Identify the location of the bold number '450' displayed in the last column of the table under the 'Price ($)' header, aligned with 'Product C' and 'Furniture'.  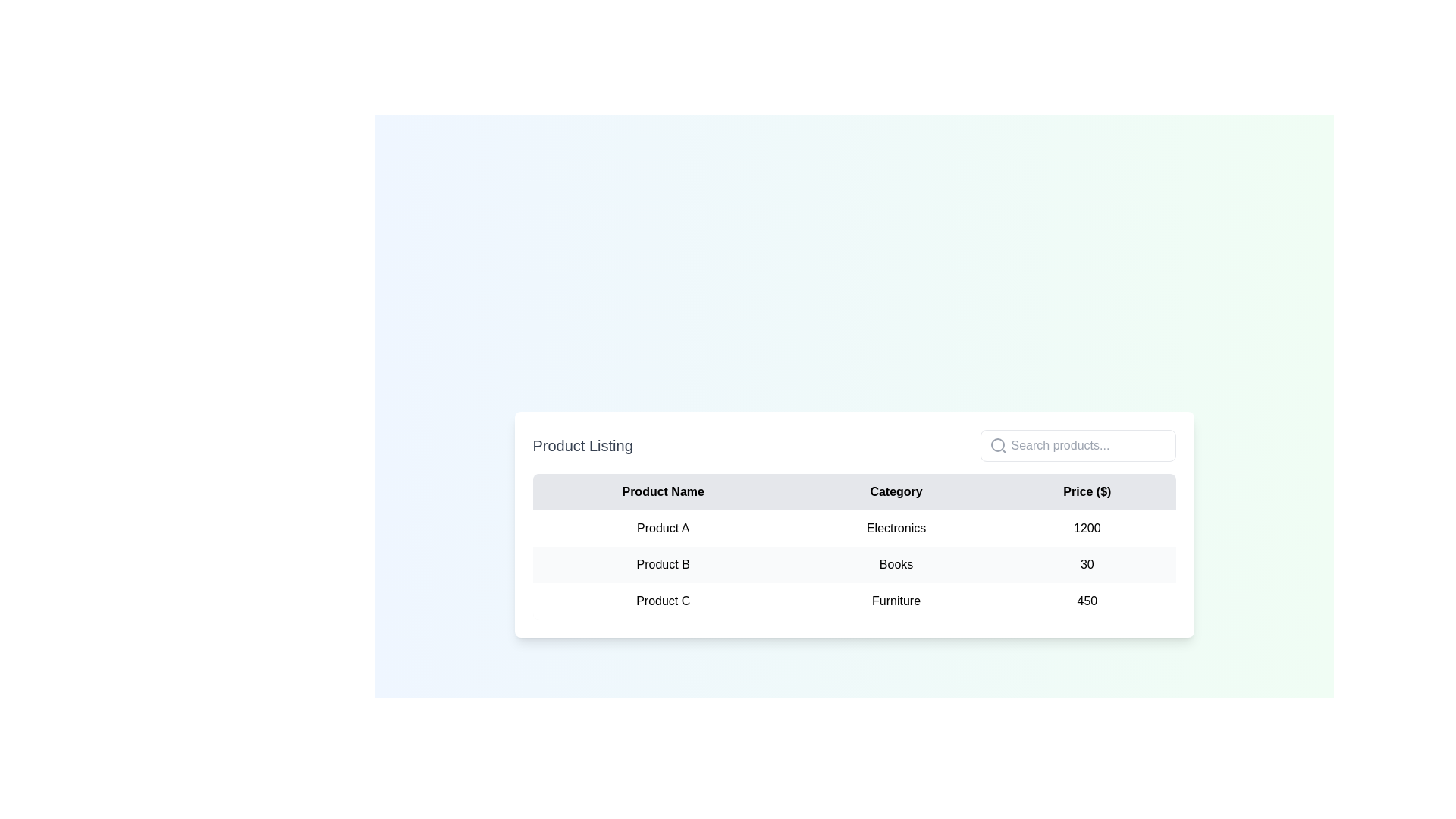
(1086, 601).